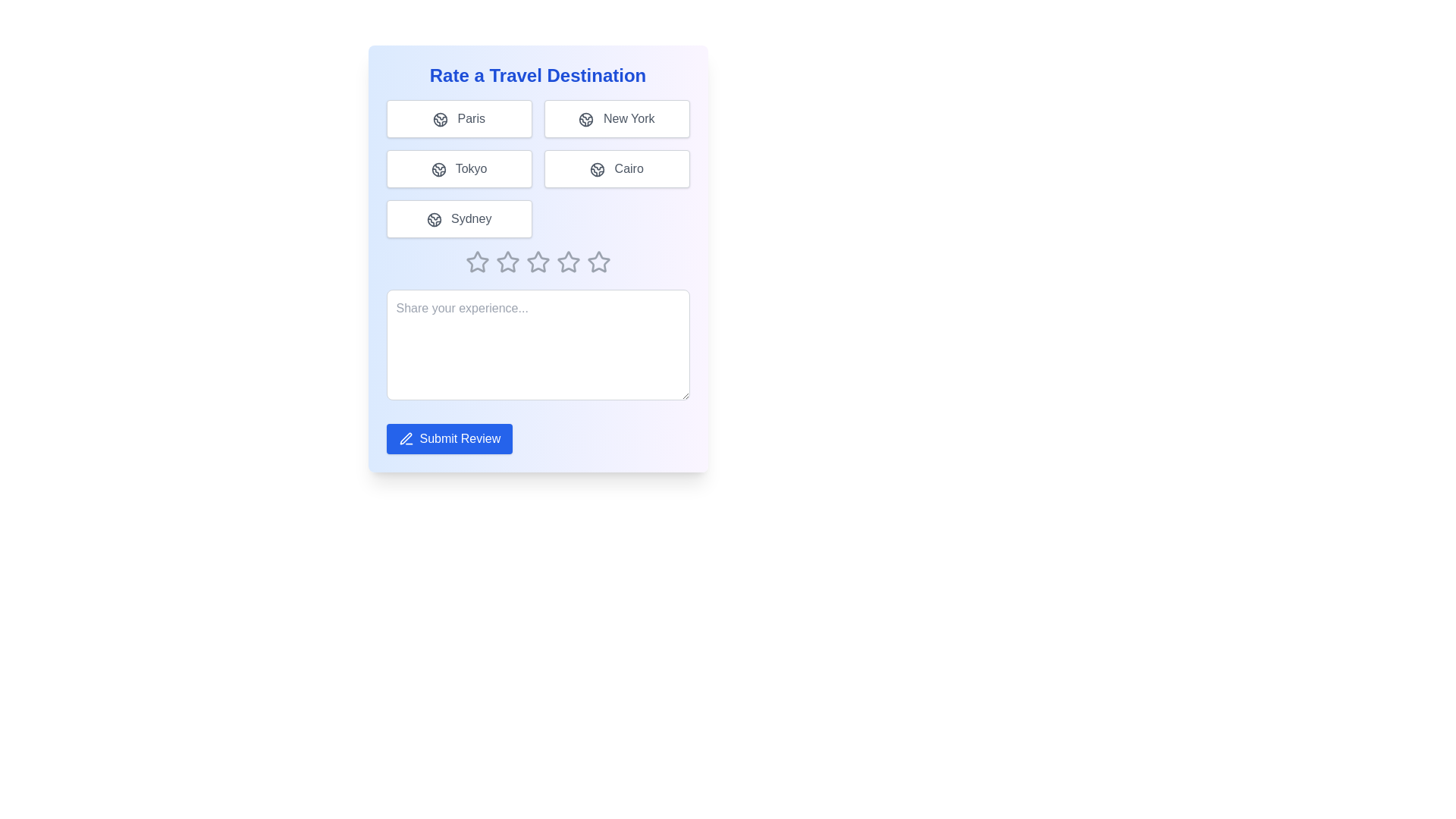  I want to click on the Earth icon, which is dark gray and circular, located to the left of the text labeled 'Tokyo' in the 'Rate a Travel Destination' section, so click(438, 169).